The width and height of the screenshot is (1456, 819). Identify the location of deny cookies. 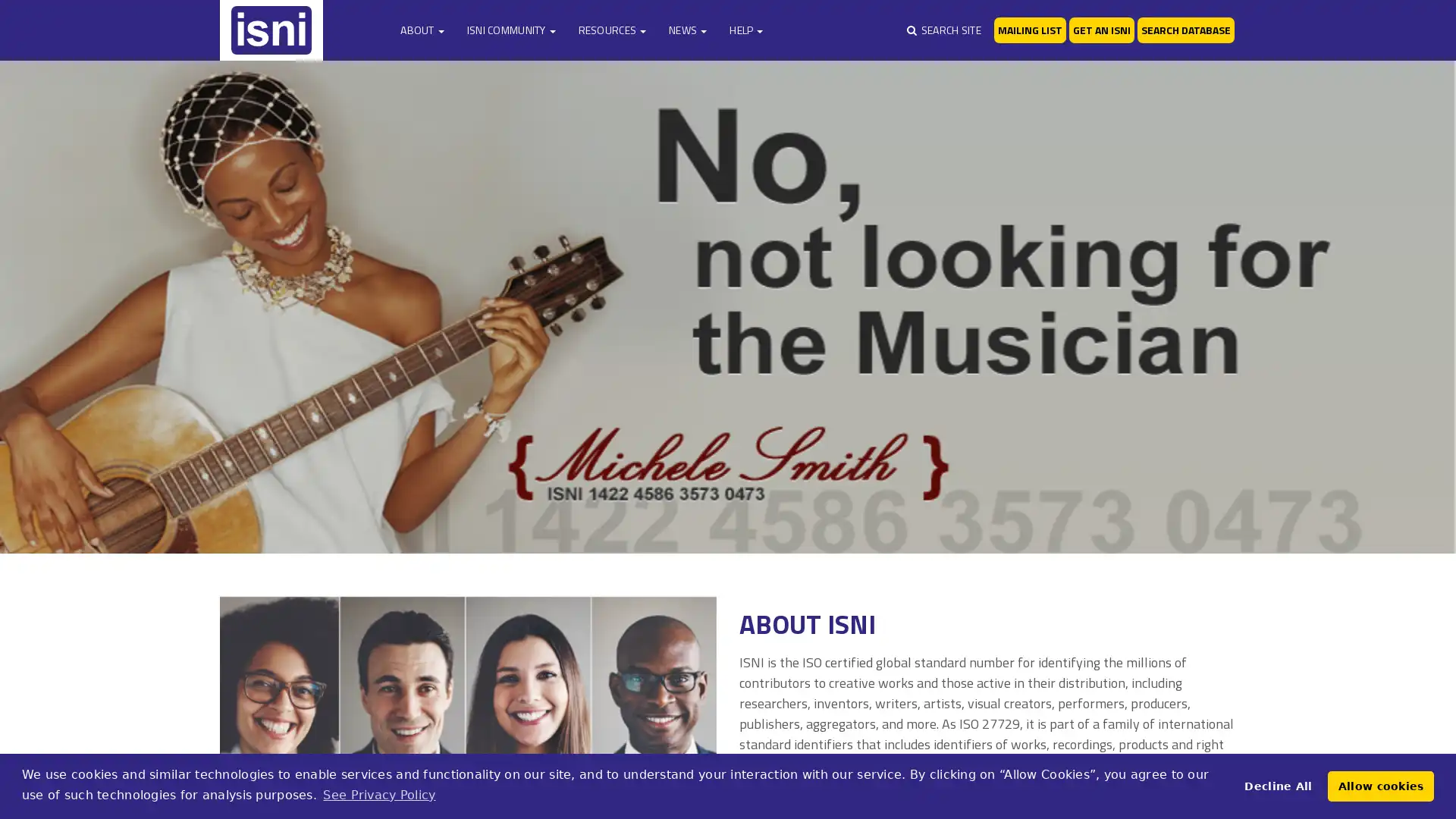
(1277, 785).